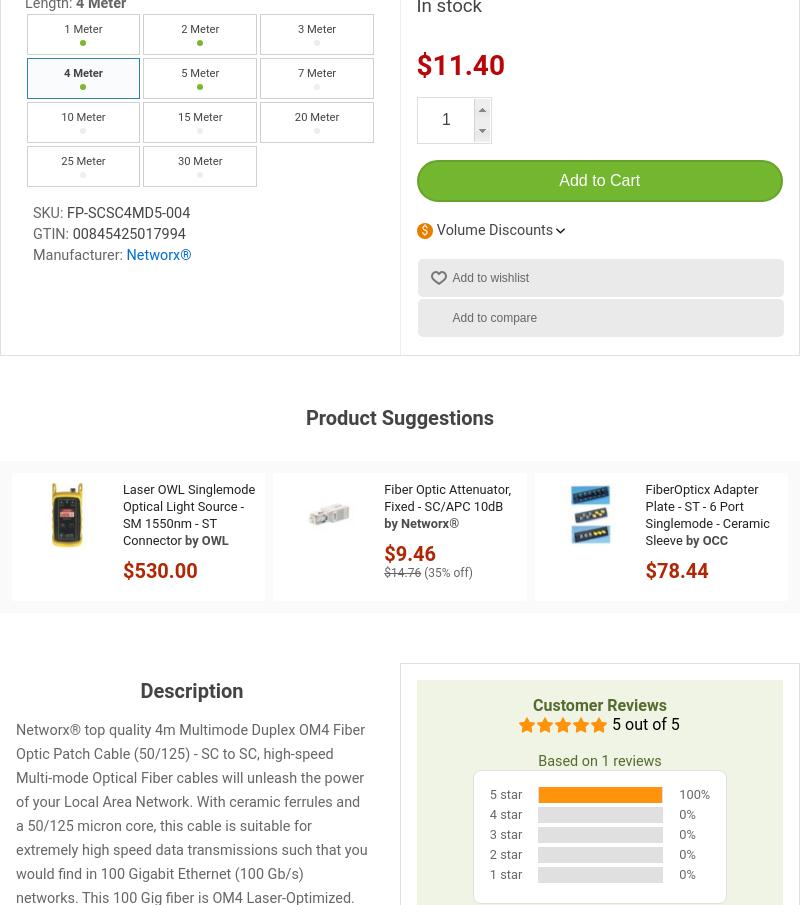 Image resolution: width=800 pixels, height=905 pixels. What do you see at coordinates (684, 538) in the screenshot?
I see `'by OCC'` at bounding box center [684, 538].